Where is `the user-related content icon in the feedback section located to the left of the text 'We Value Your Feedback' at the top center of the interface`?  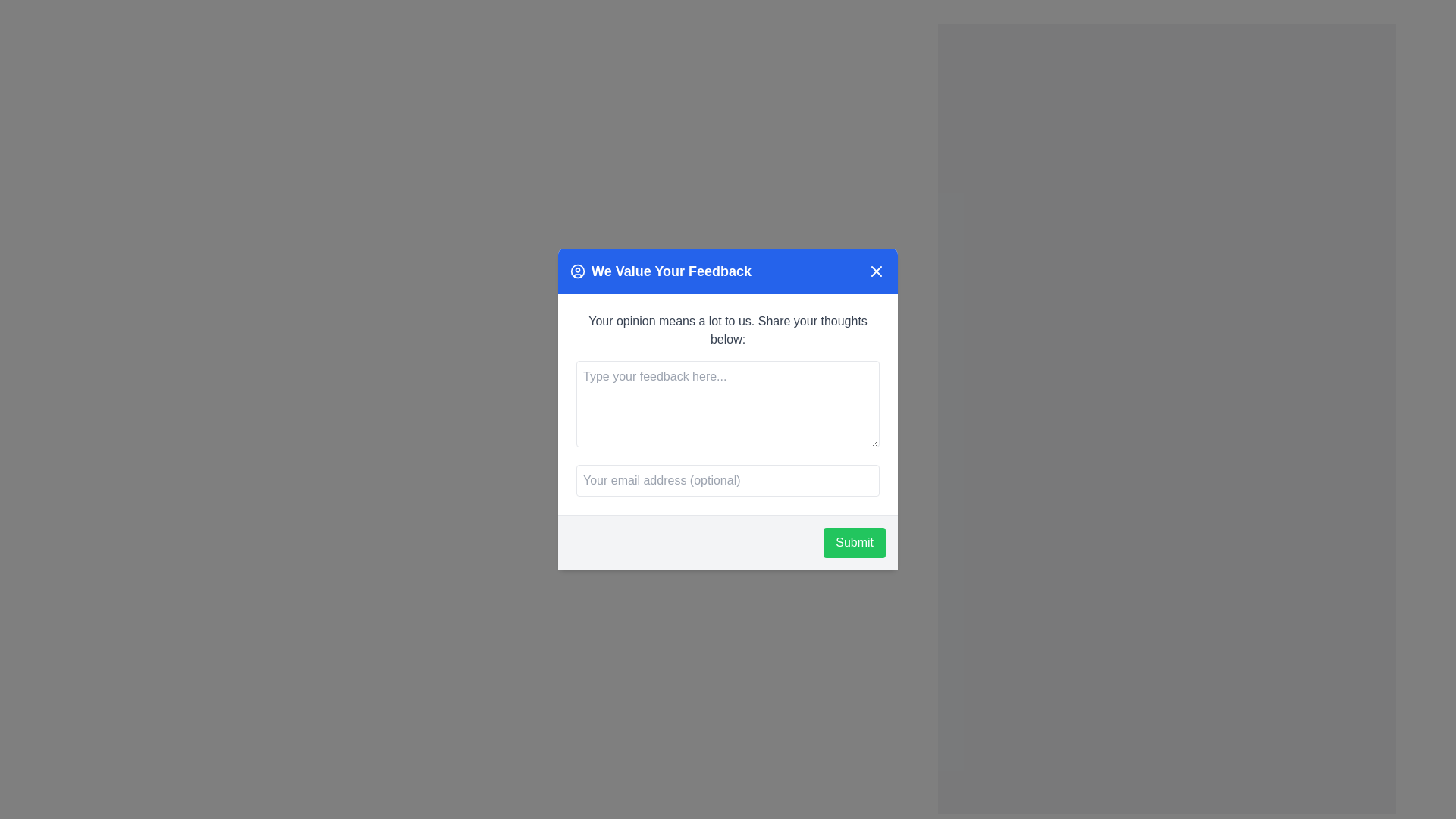
the user-related content icon in the feedback section located to the left of the text 'We Value Your Feedback' at the top center of the interface is located at coordinates (577, 271).